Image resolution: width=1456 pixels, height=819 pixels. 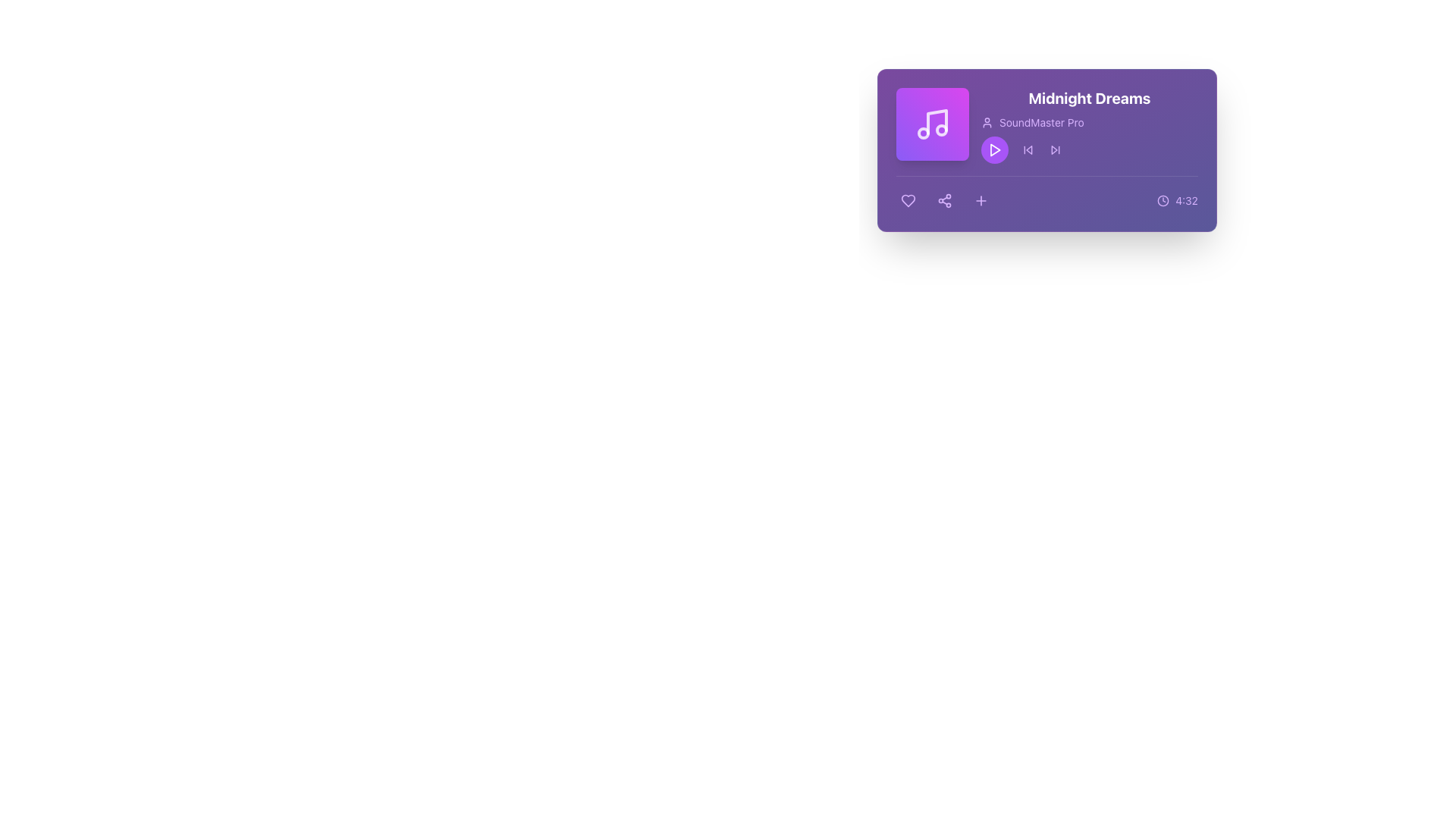 What do you see at coordinates (1040, 122) in the screenshot?
I see `the Text label displaying 'SoundMaster Pro', which is located in the top-right section of the interface, adjacent to other elements and below the main title 'Midnight Dreams'` at bounding box center [1040, 122].